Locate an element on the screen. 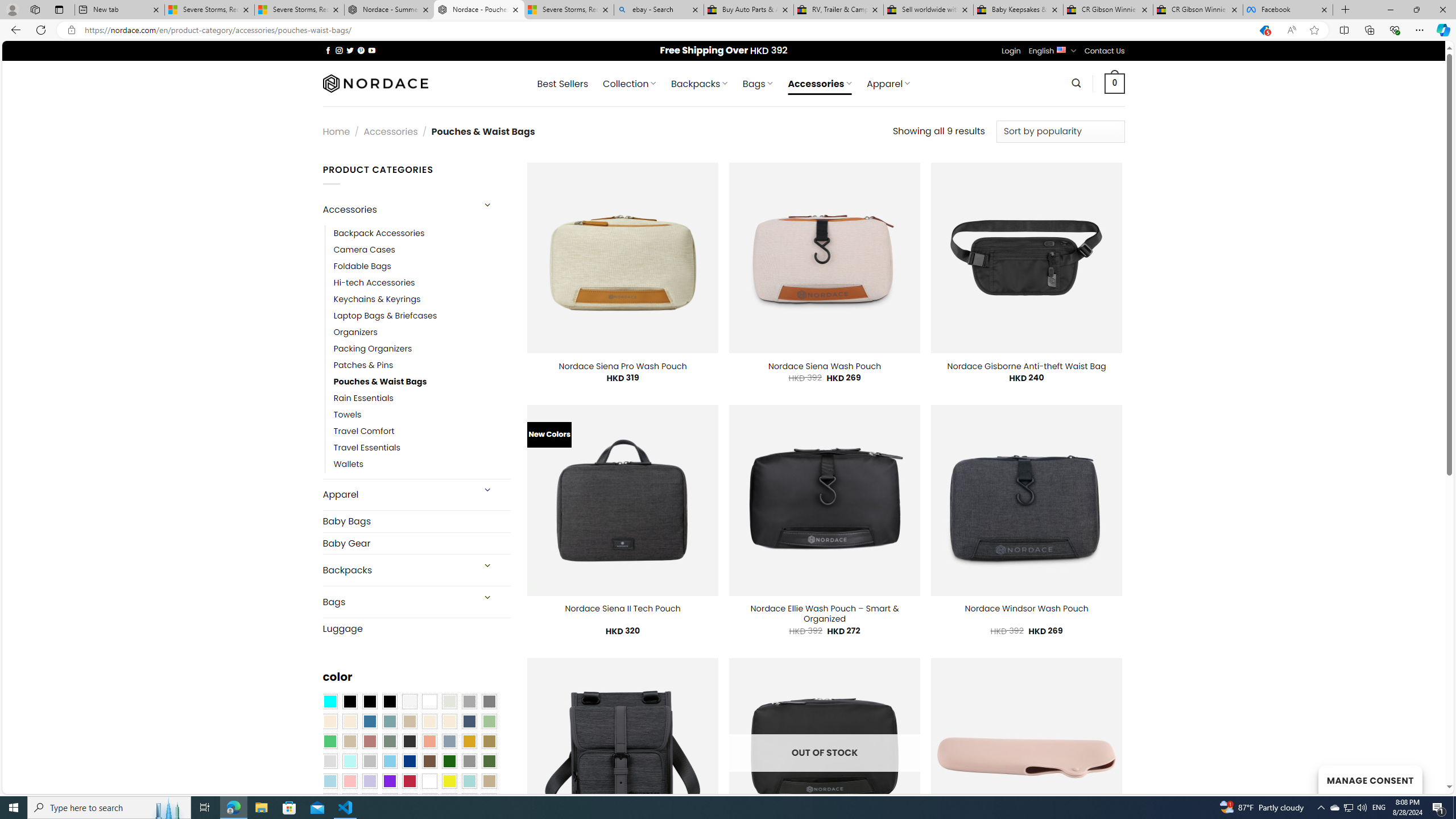 This screenshot has height=819, width=1456. 'Travel Essentials' is located at coordinates (366, 448).